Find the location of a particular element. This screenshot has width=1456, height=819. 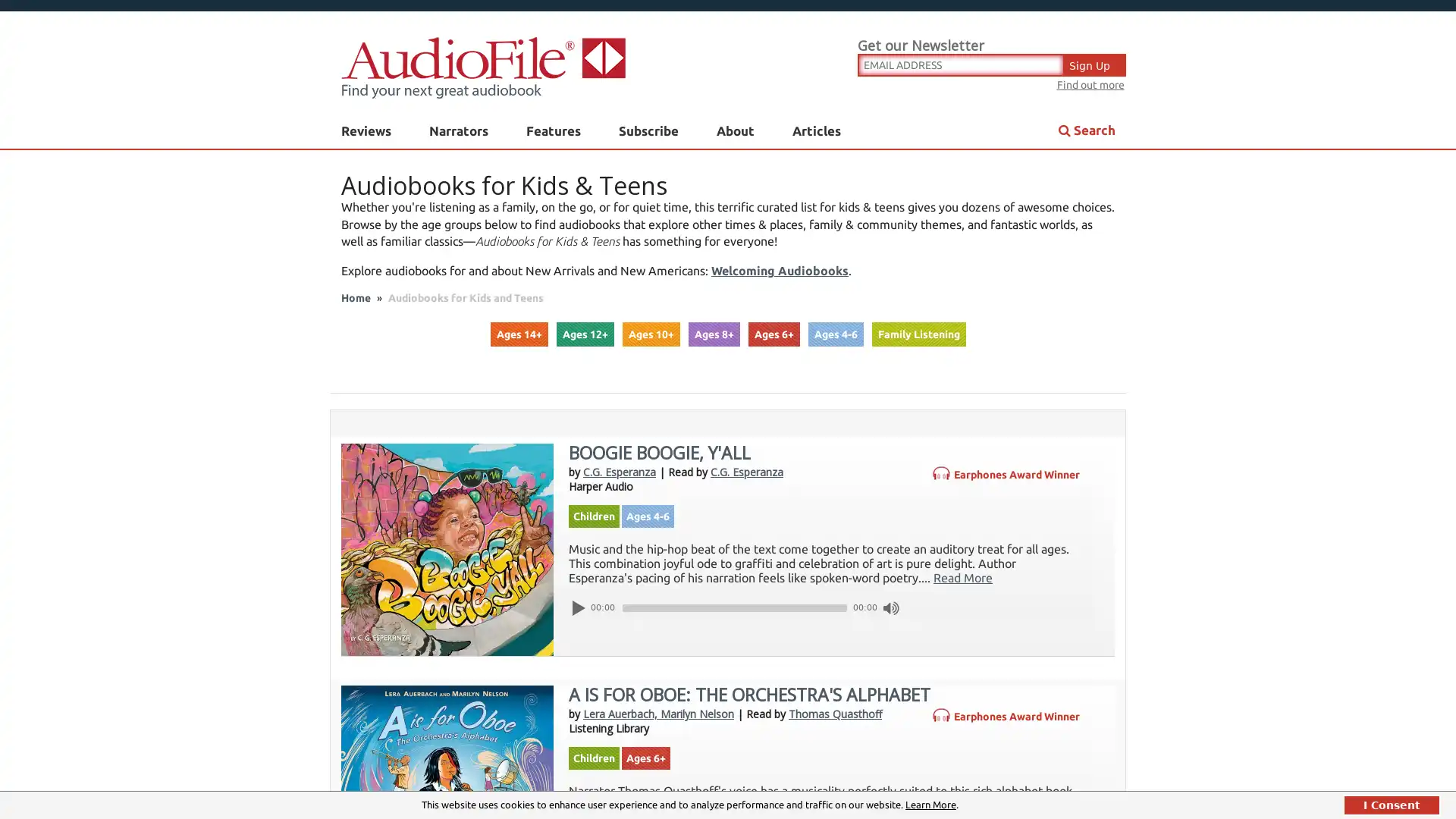

Play/Pause is located at coordinates (585, 607).